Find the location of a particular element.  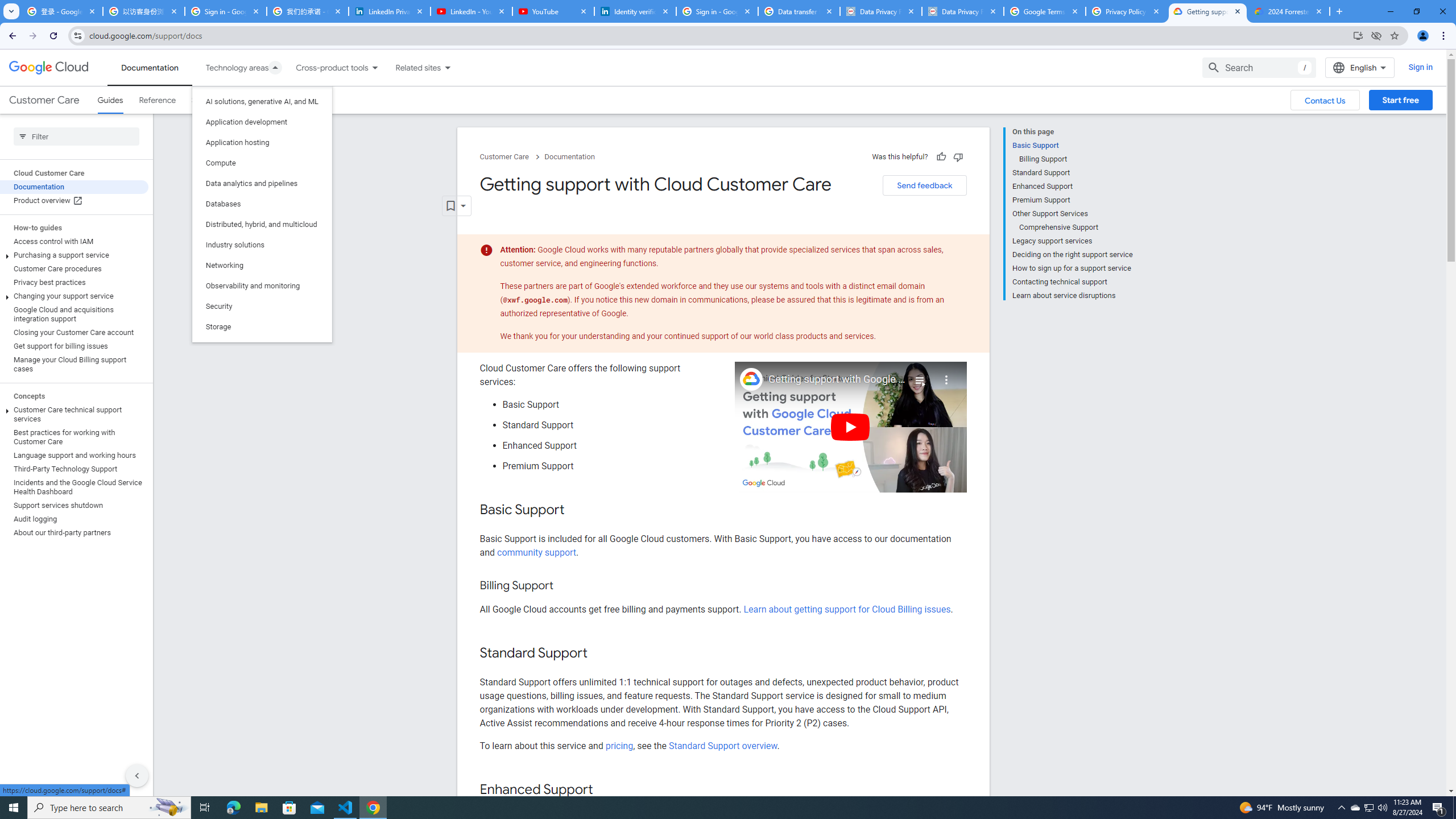

'Data Privacy Framework' is located at coordinates (880, 11).